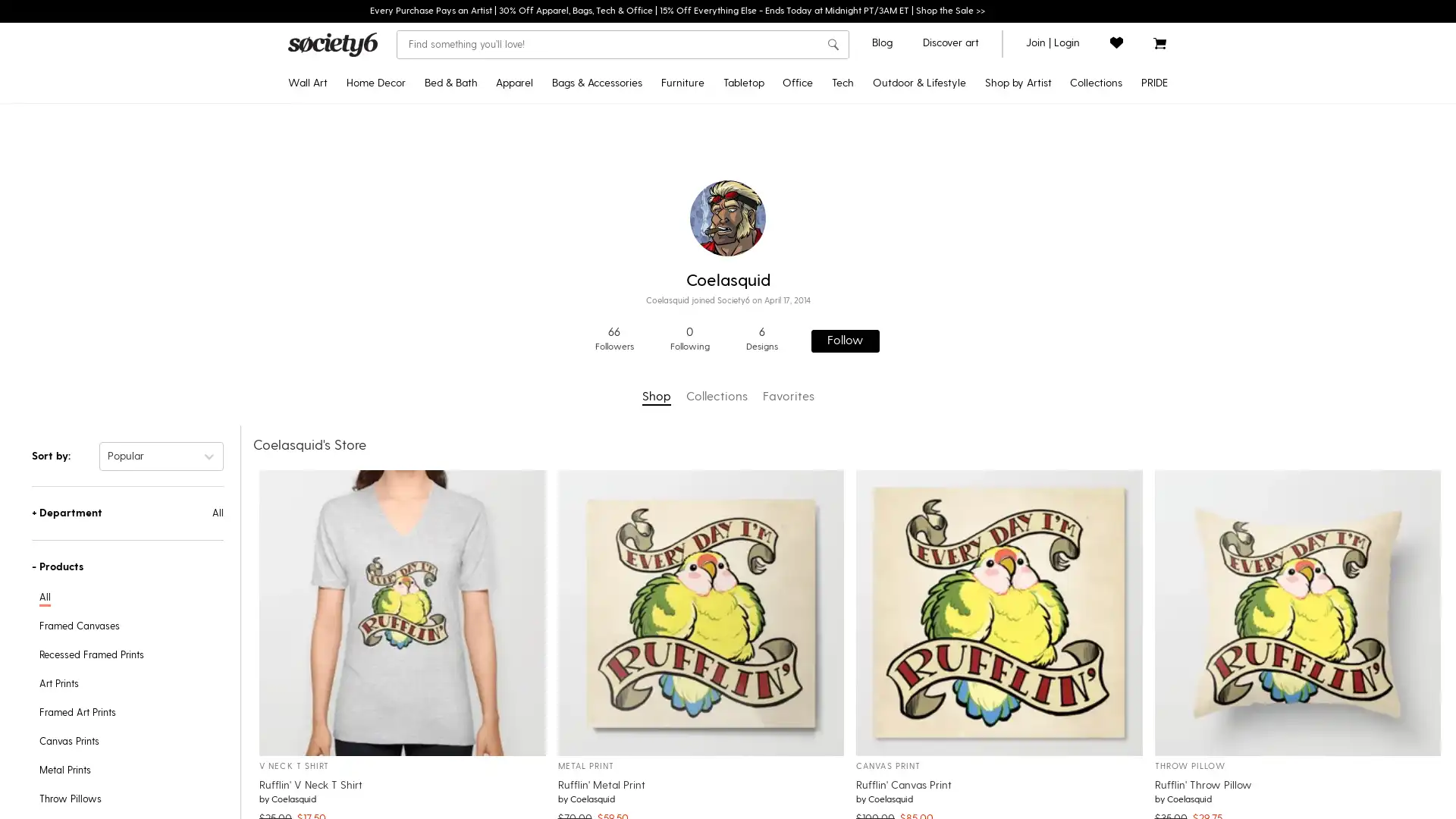  I want to click on Sheer Curtains, so click(404, 268).